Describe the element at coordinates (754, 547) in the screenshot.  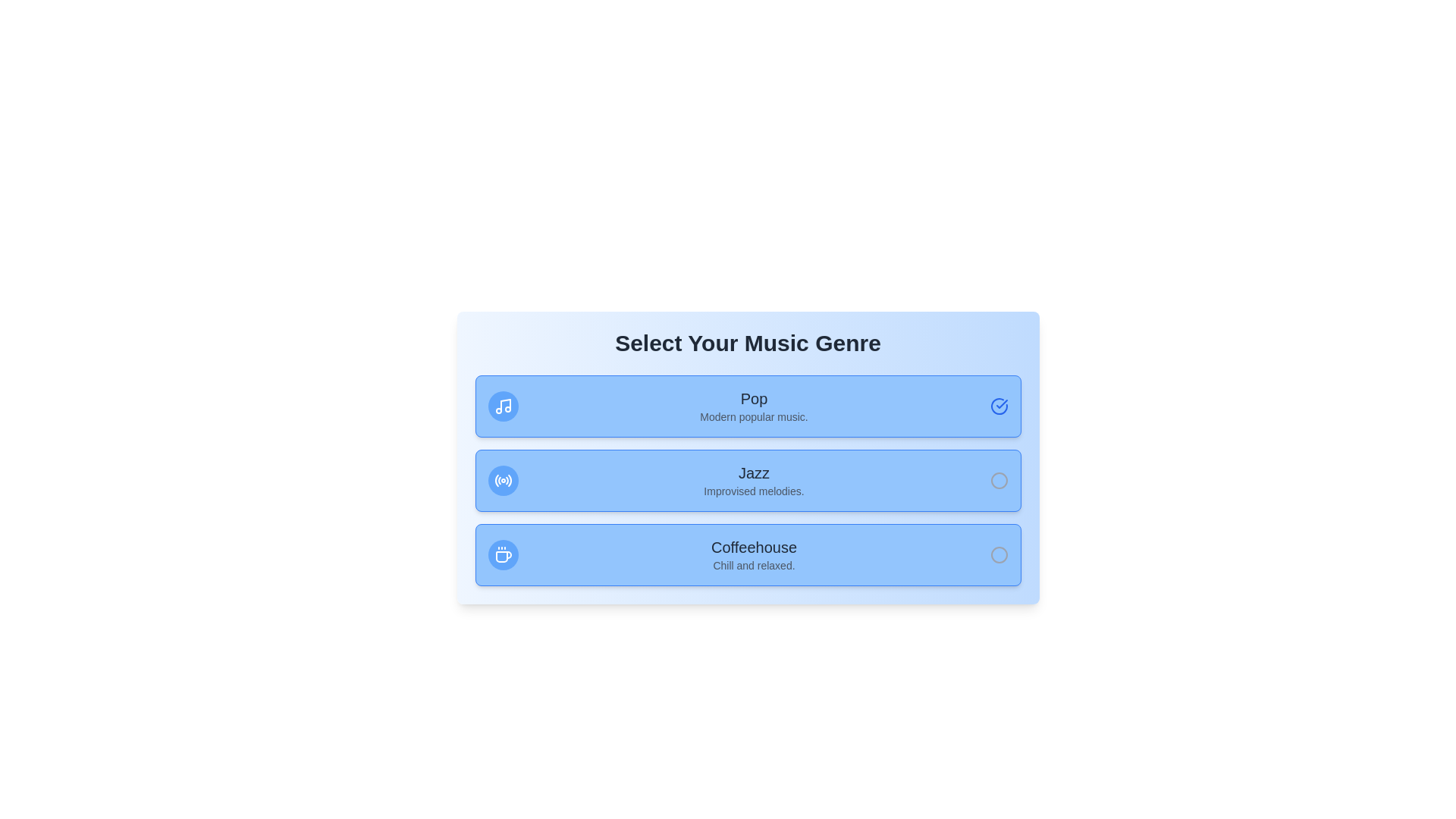
I see `the text label indicating the name of the music genre or theme, located beneath the coffee cup icon and above the 'Chill and relaxed' text, centered in the upper half of the third rectangular section` at that location.